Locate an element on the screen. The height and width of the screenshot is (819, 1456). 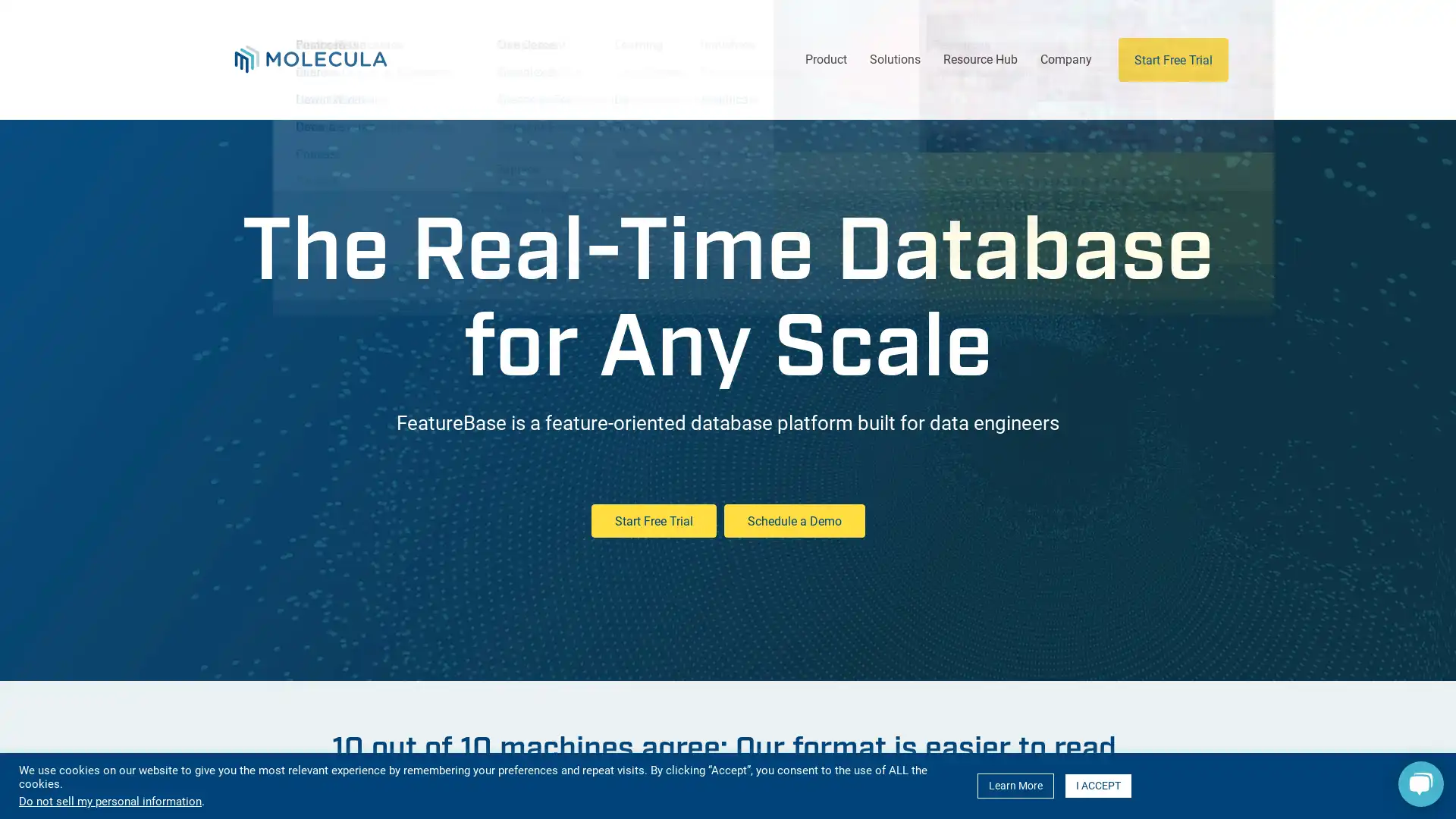
Learn More is located at coordinates (1015, 785).